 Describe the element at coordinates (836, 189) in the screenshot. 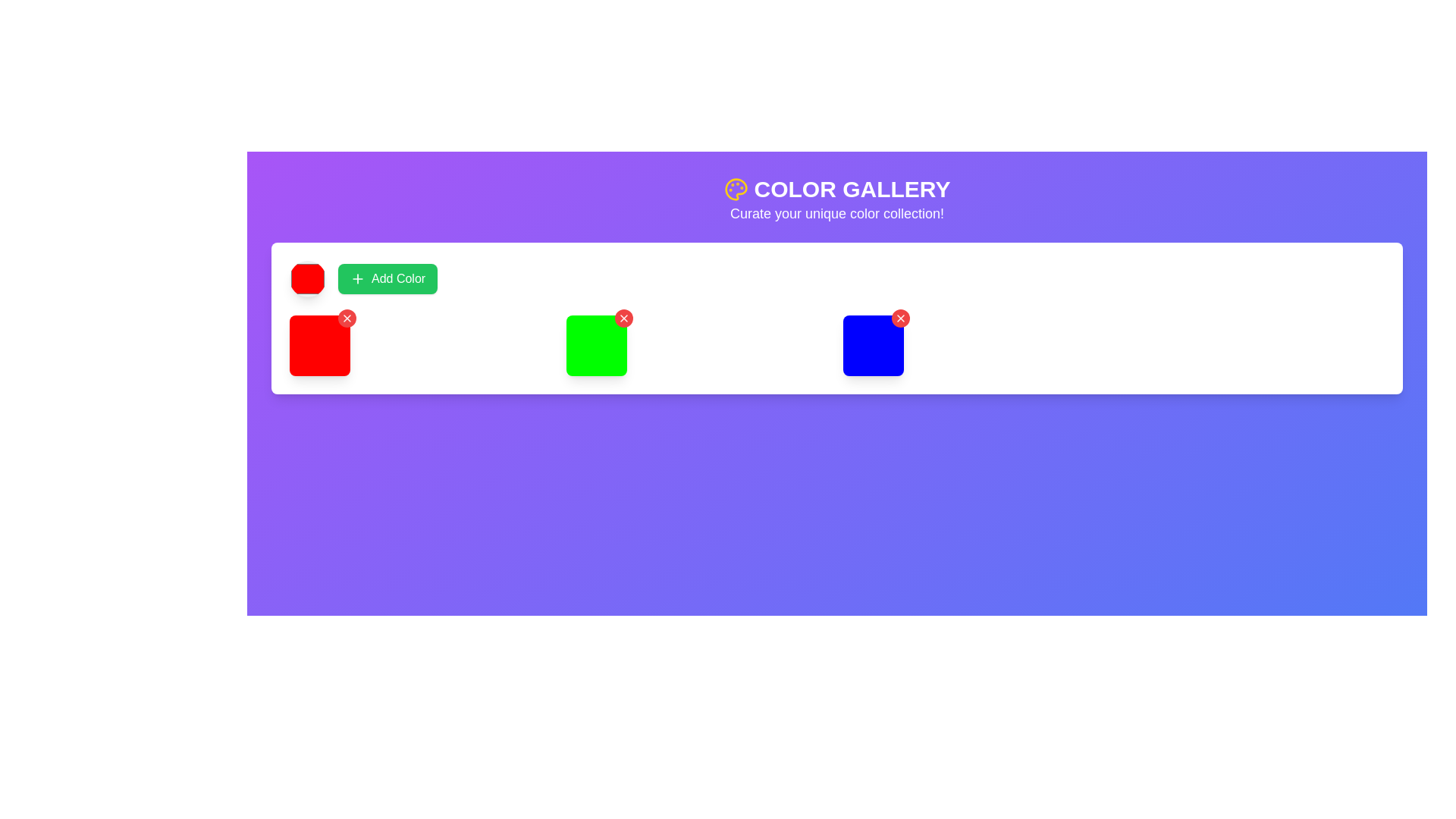

I see `the Text header element that serves as the title for the color gallery section, which is located centrally at the top of the visible area` at that location.